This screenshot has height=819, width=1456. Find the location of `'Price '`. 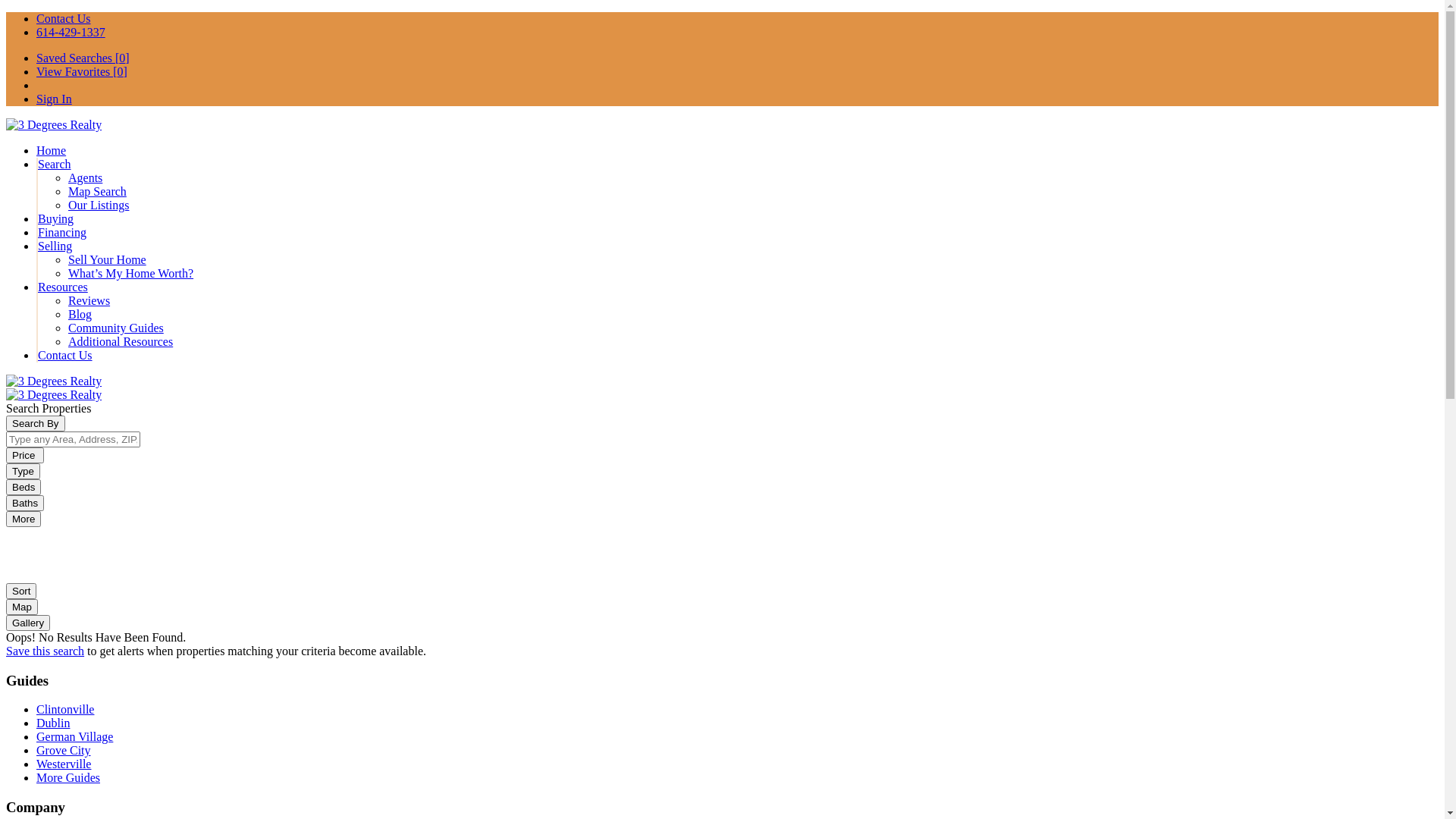

'Price ' is located at coordinates (25, 454).